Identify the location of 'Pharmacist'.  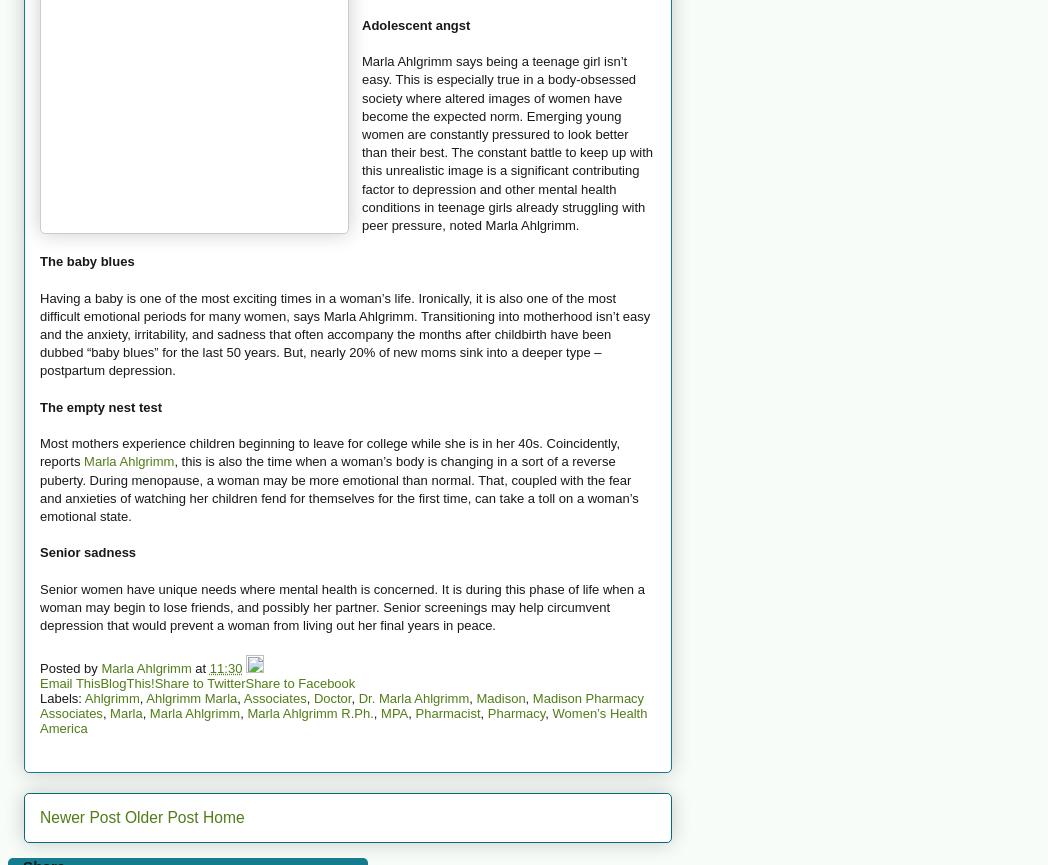
(446, 712).